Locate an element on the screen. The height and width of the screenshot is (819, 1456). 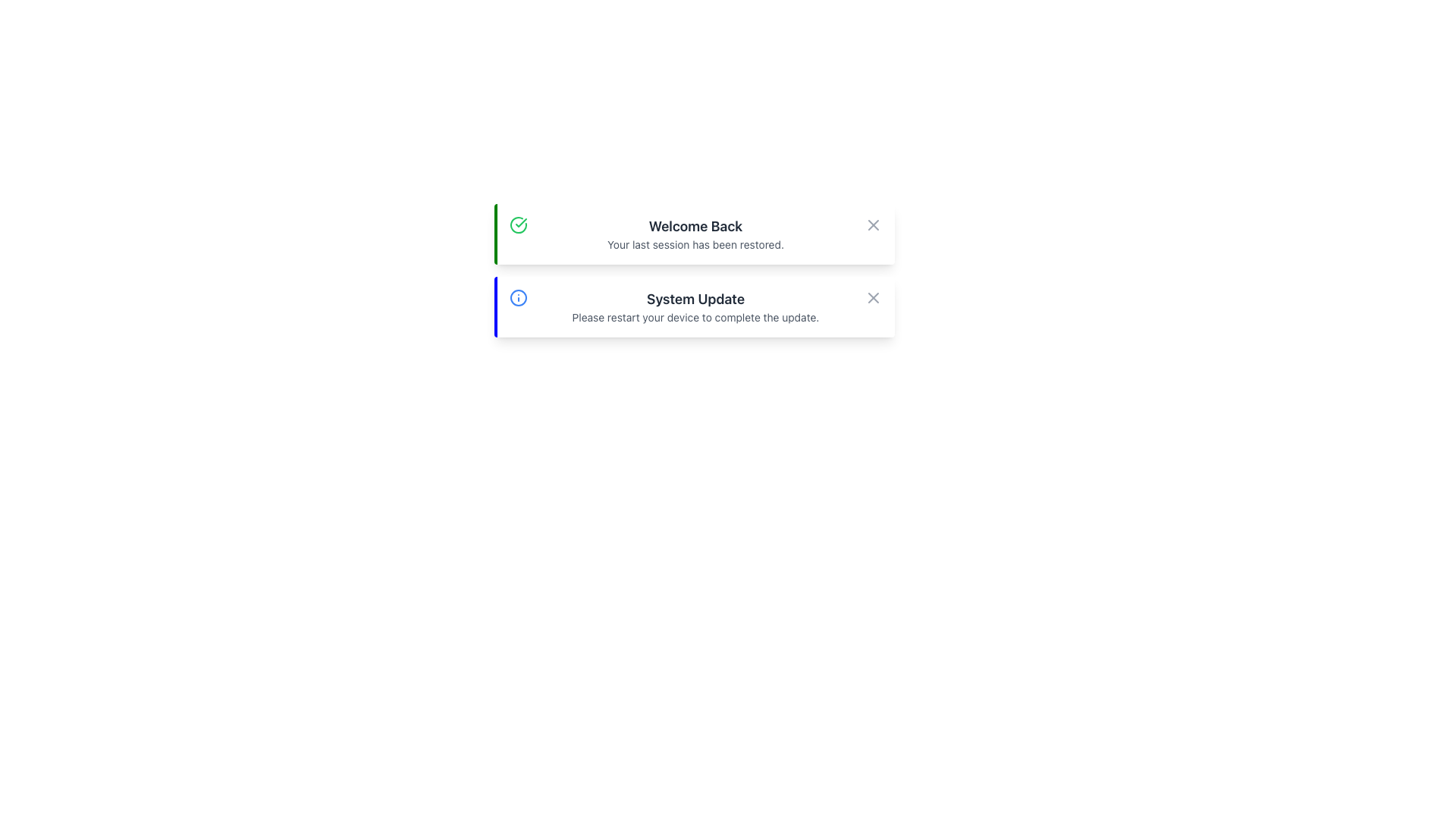
the checkmark icon within the green circular badge in the 'Welcome Back' notification, which indicates a completed action is located at coordinates (520, 222).